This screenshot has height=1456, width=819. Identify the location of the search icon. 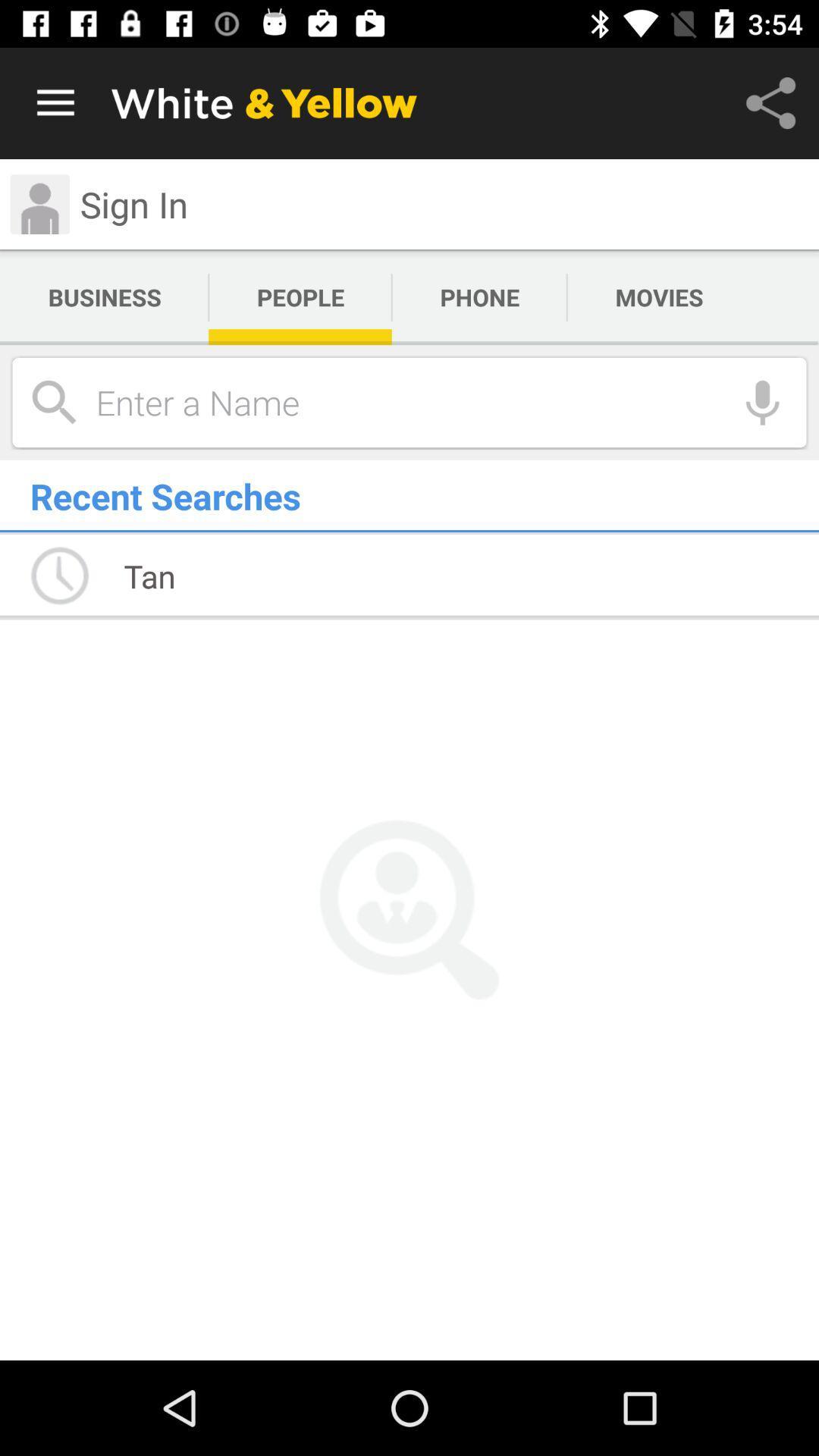
(53, 402).